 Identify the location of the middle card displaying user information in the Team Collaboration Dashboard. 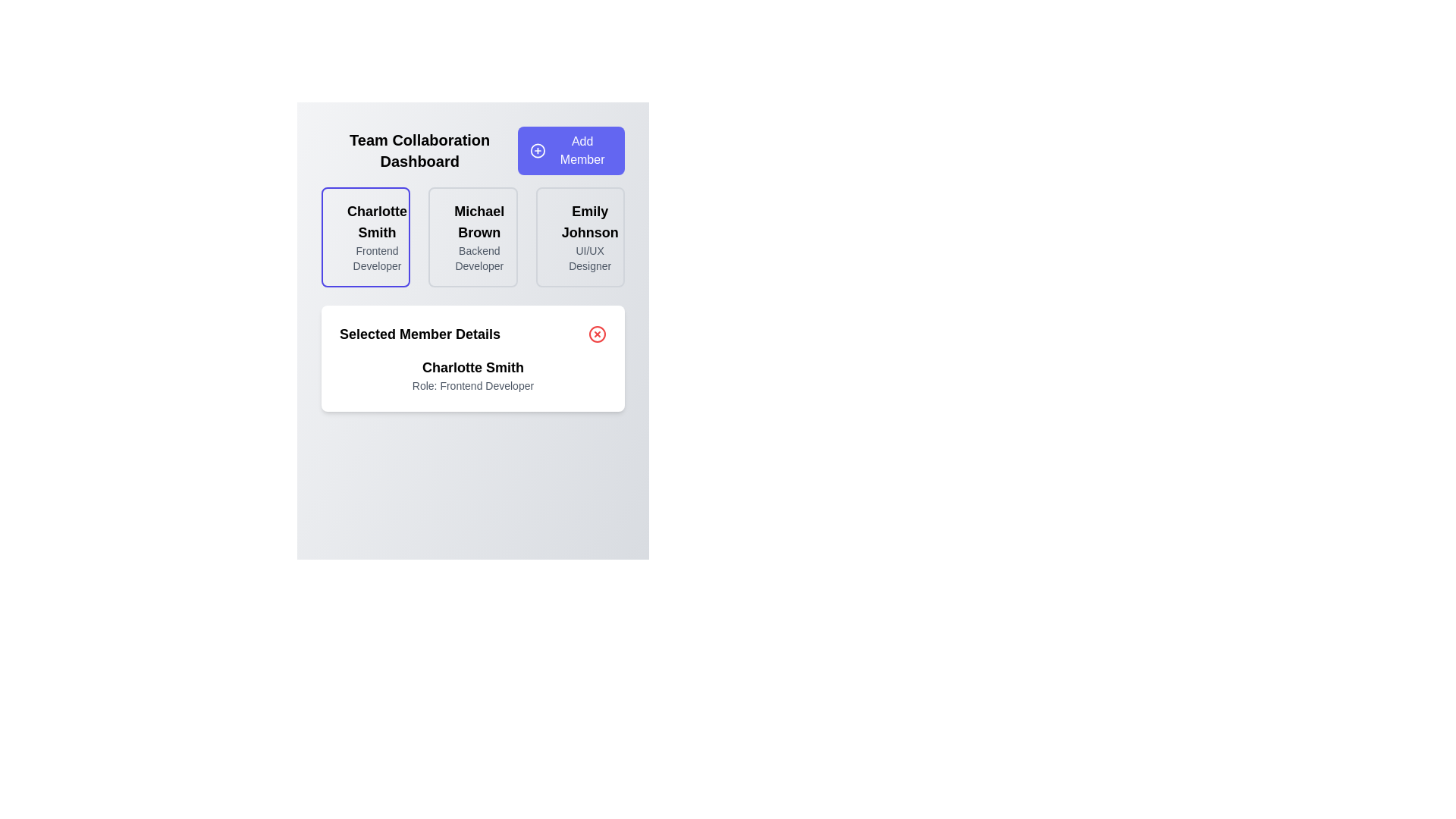
(472, 237).